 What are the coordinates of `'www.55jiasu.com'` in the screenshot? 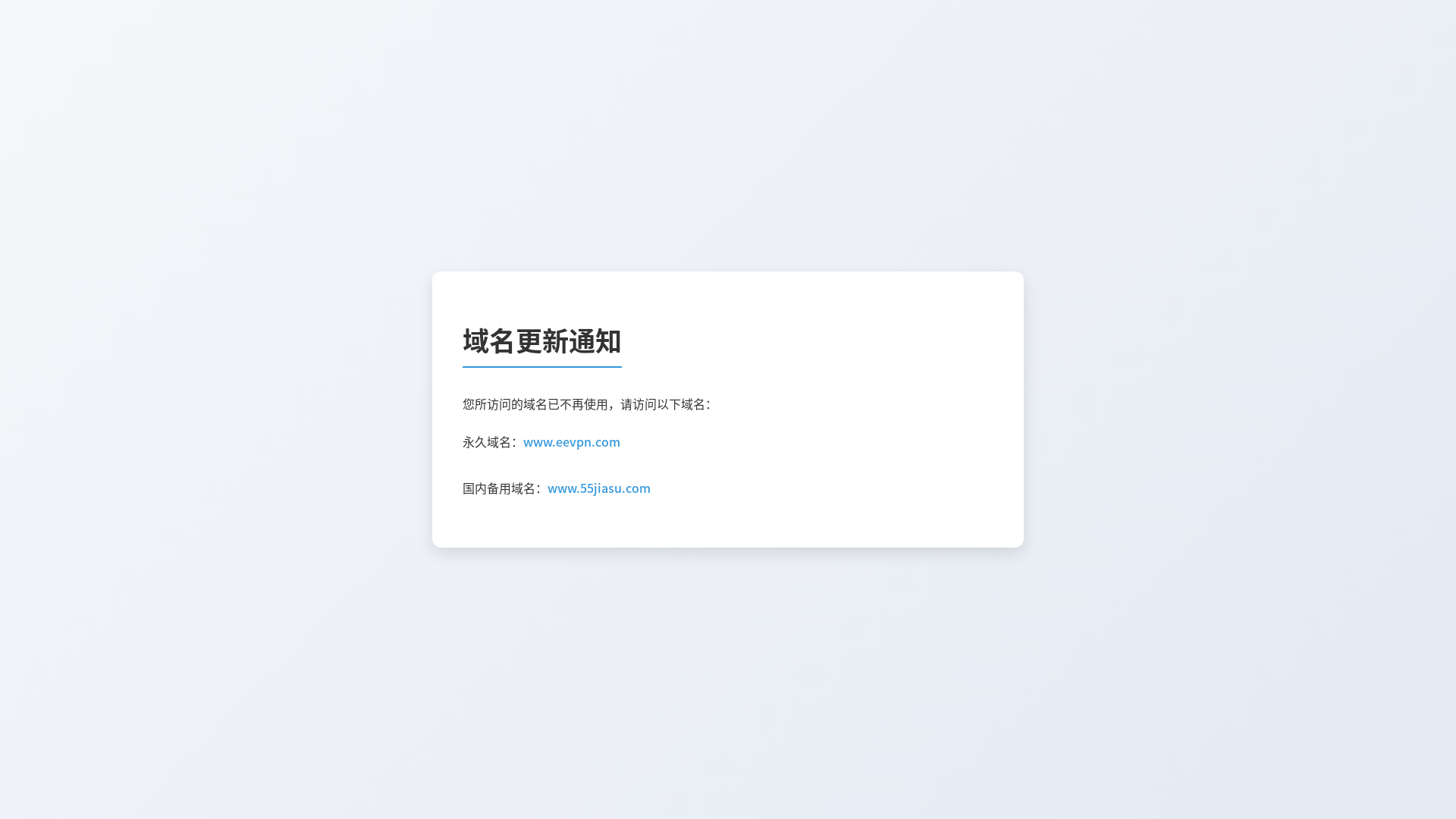 It's located at (546, 488).